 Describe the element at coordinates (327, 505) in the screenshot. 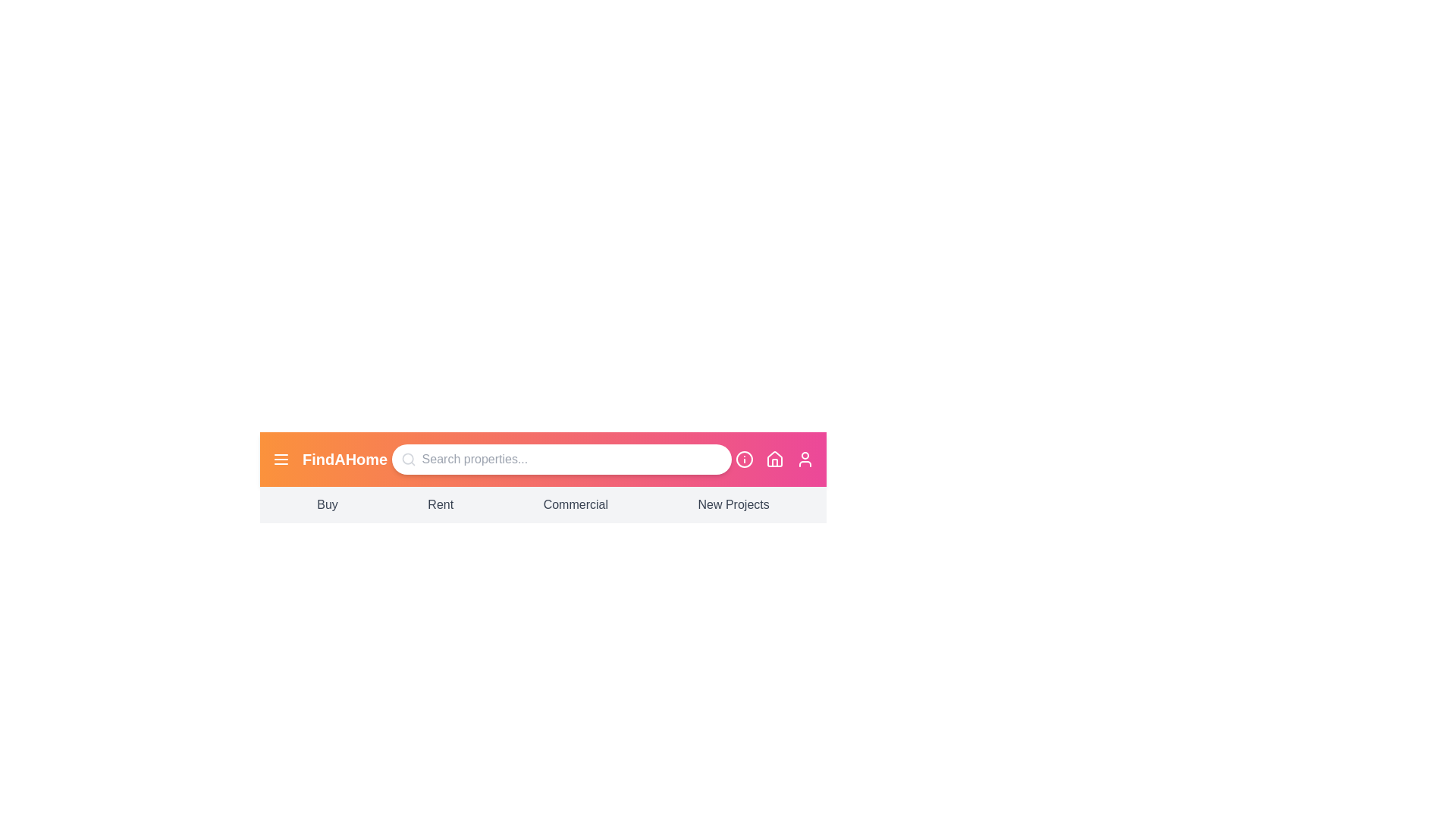

I see `the property category Buy by clicking on its respective label` at that location.